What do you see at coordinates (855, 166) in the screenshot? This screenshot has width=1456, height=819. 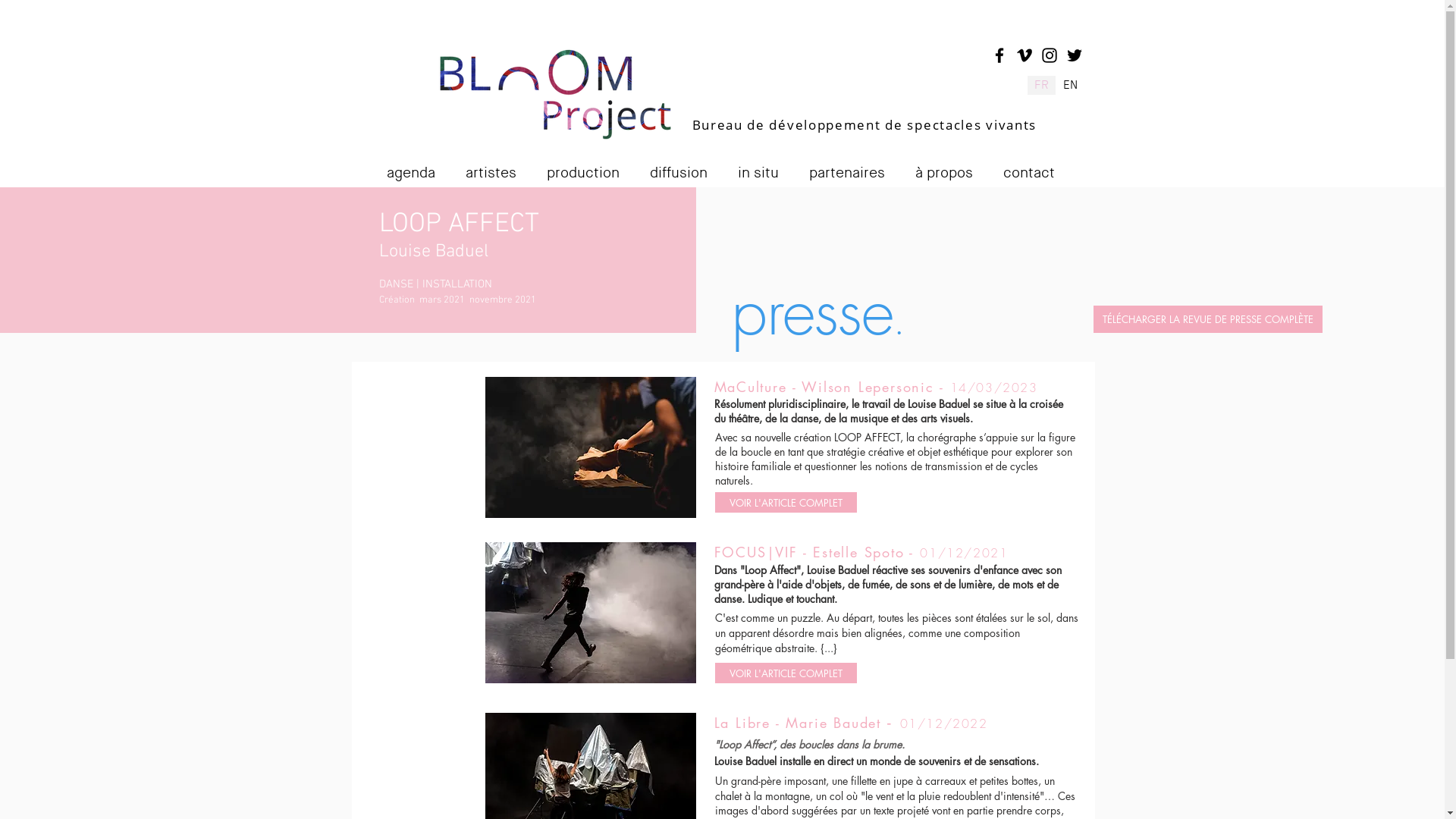 I see `'partenaires'` at bounding box center [855, 166].